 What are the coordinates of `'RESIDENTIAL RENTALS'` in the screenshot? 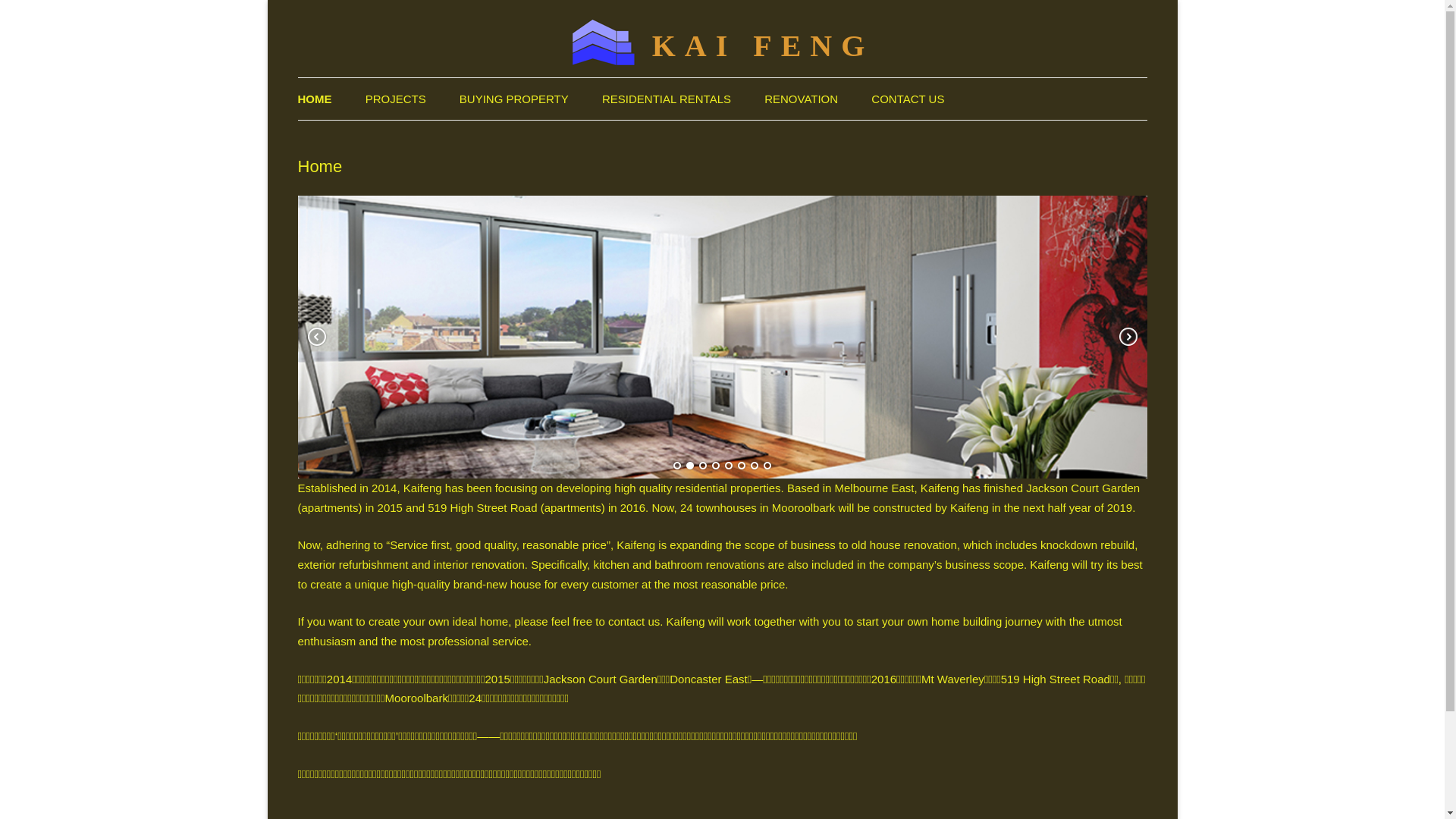 It's located at (666, 99).